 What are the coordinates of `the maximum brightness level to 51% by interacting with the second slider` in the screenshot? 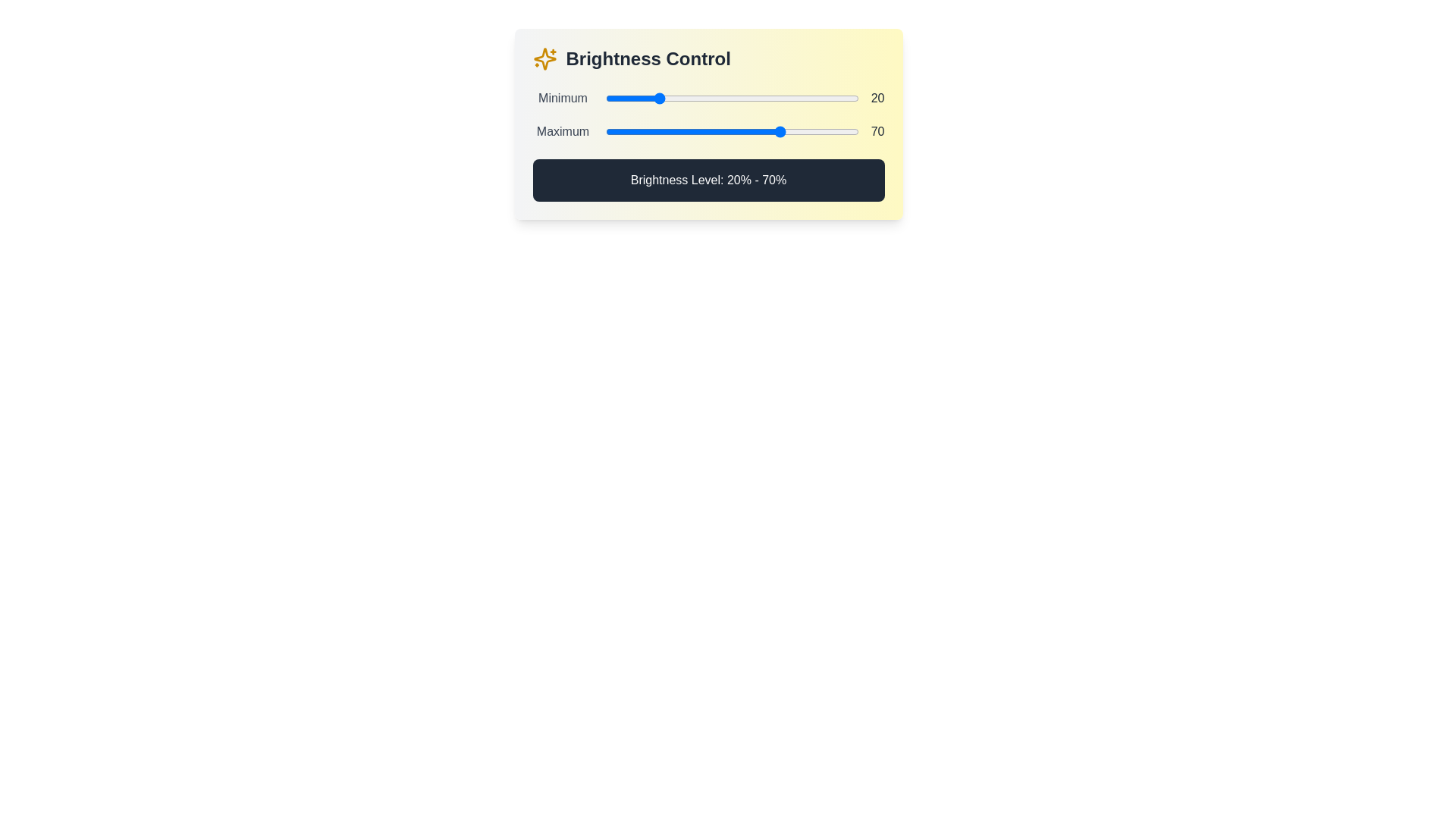 It's located at (735, 130).